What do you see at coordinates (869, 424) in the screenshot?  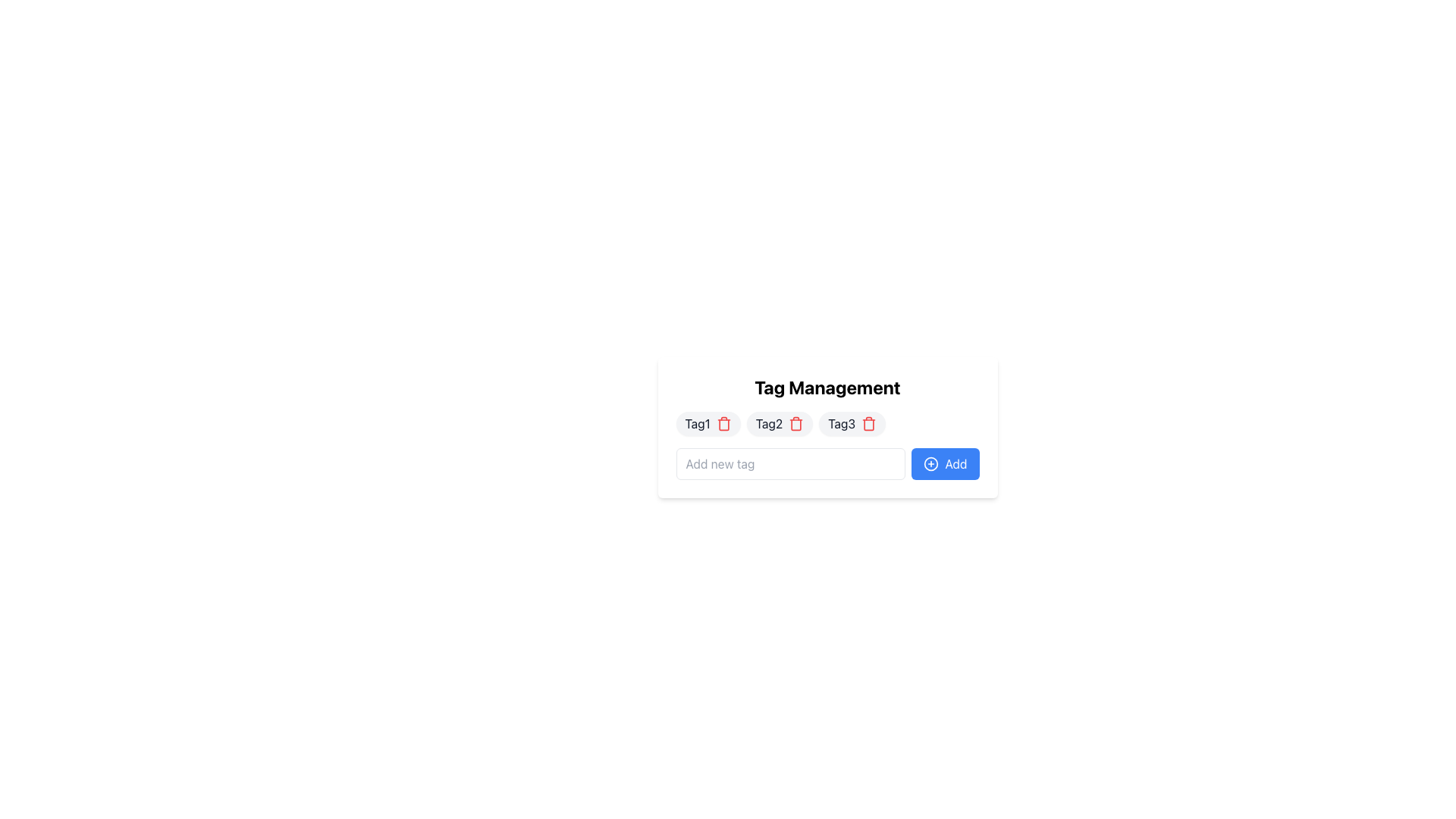 I see `the red trash icon button located at the far right of the tag labeled 'Tag3'` at bounding box center [869, 424].